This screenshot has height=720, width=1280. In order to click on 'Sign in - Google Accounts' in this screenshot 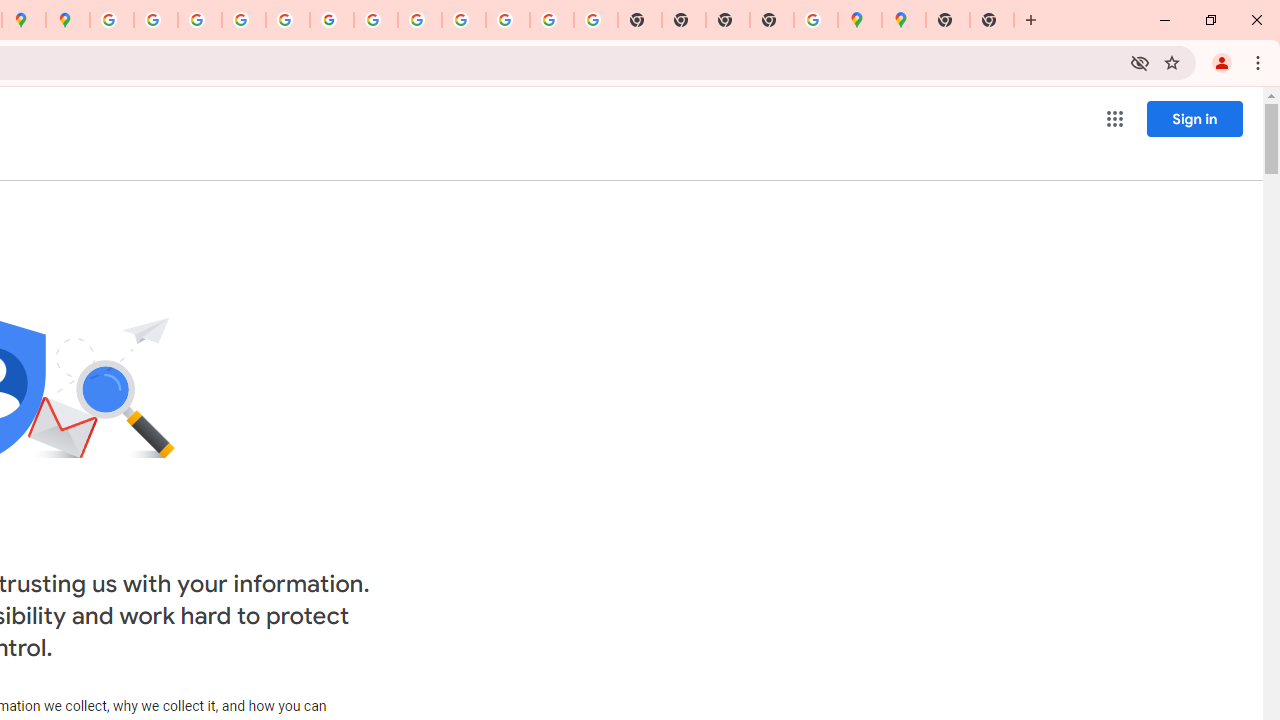, I will do `click(111, 20)`.